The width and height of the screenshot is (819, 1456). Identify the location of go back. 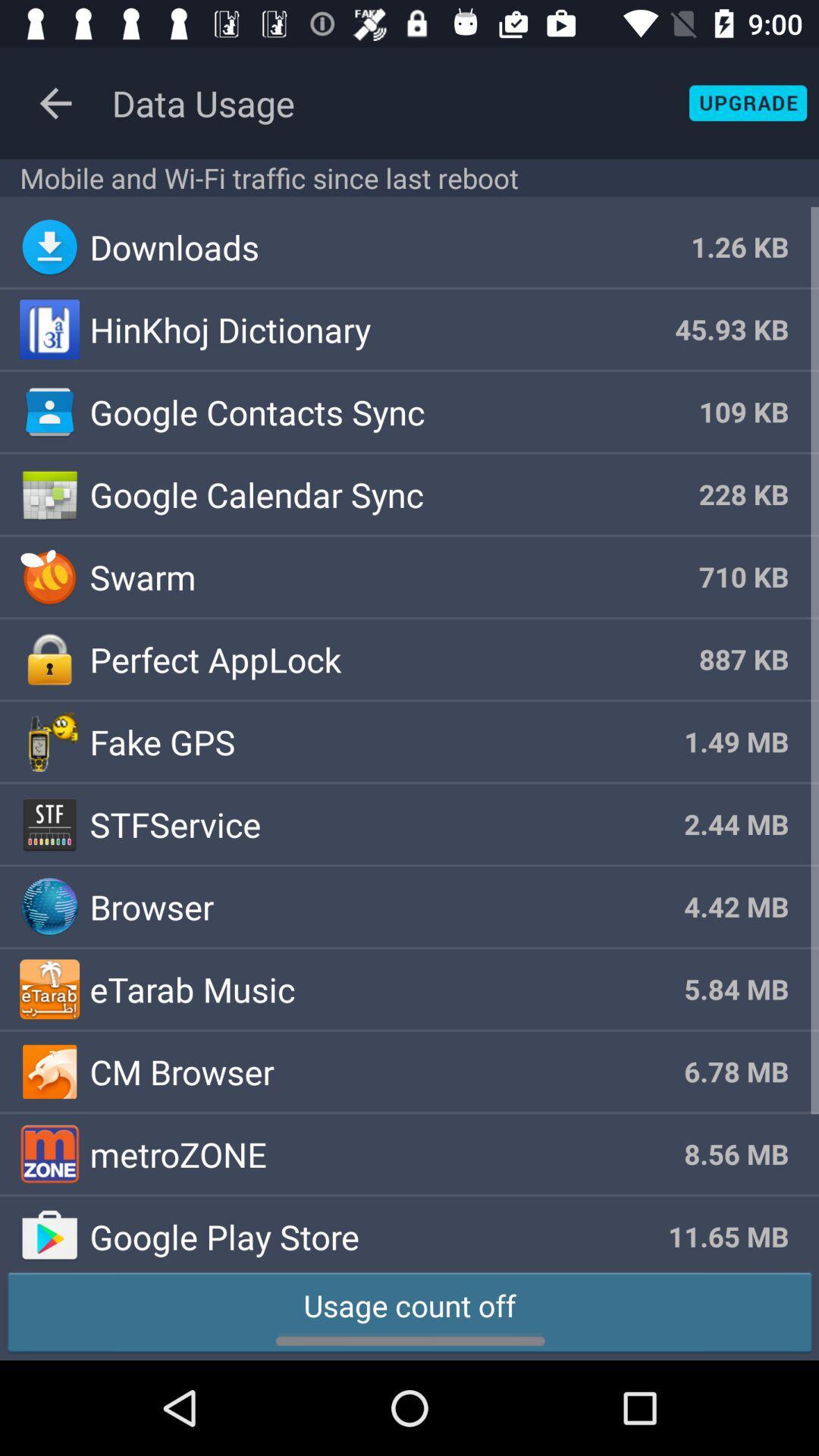
(55, 102).